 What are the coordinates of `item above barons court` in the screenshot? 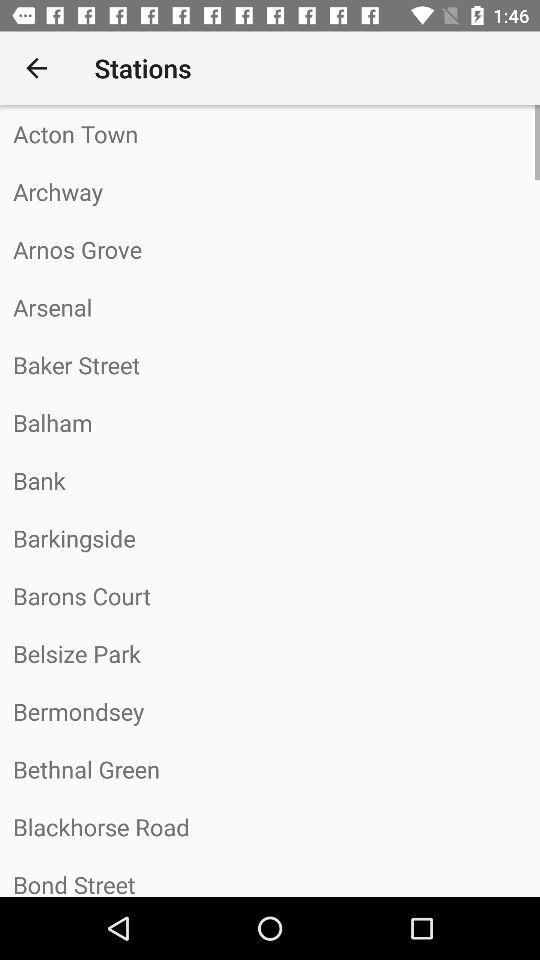 It's located at (270, 537).